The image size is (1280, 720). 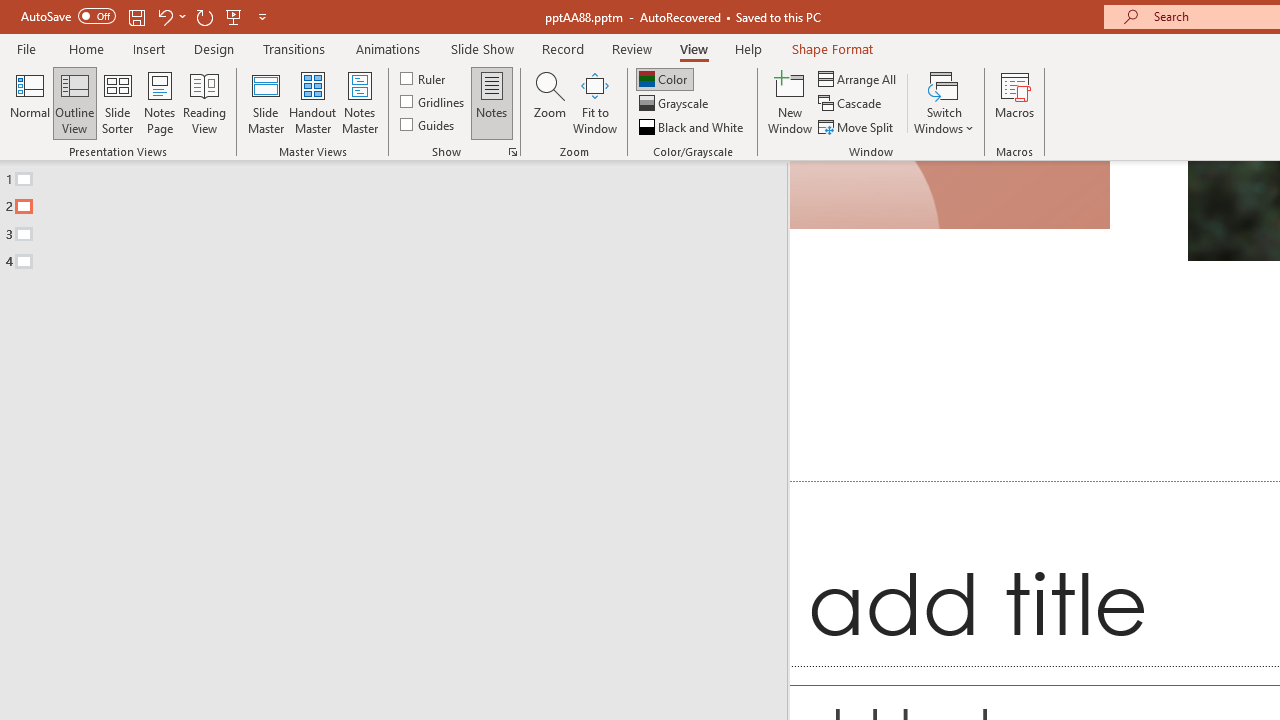 I want to click on 'Notes Master', so click(x=360, y=103).